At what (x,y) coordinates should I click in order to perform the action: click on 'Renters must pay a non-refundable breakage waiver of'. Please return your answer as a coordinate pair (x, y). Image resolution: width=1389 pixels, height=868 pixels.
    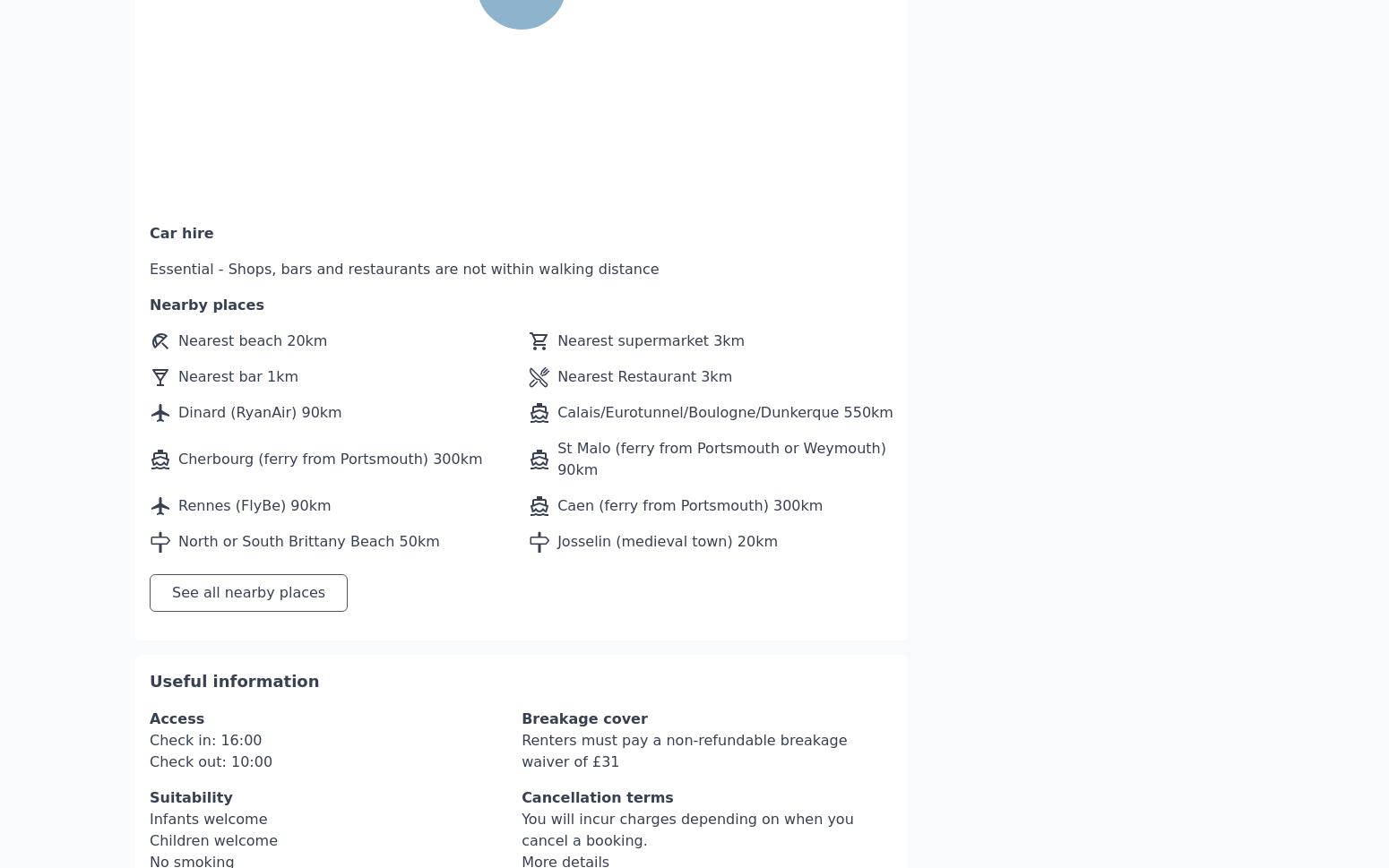
    Looking at the image, I should click on (684, 696).